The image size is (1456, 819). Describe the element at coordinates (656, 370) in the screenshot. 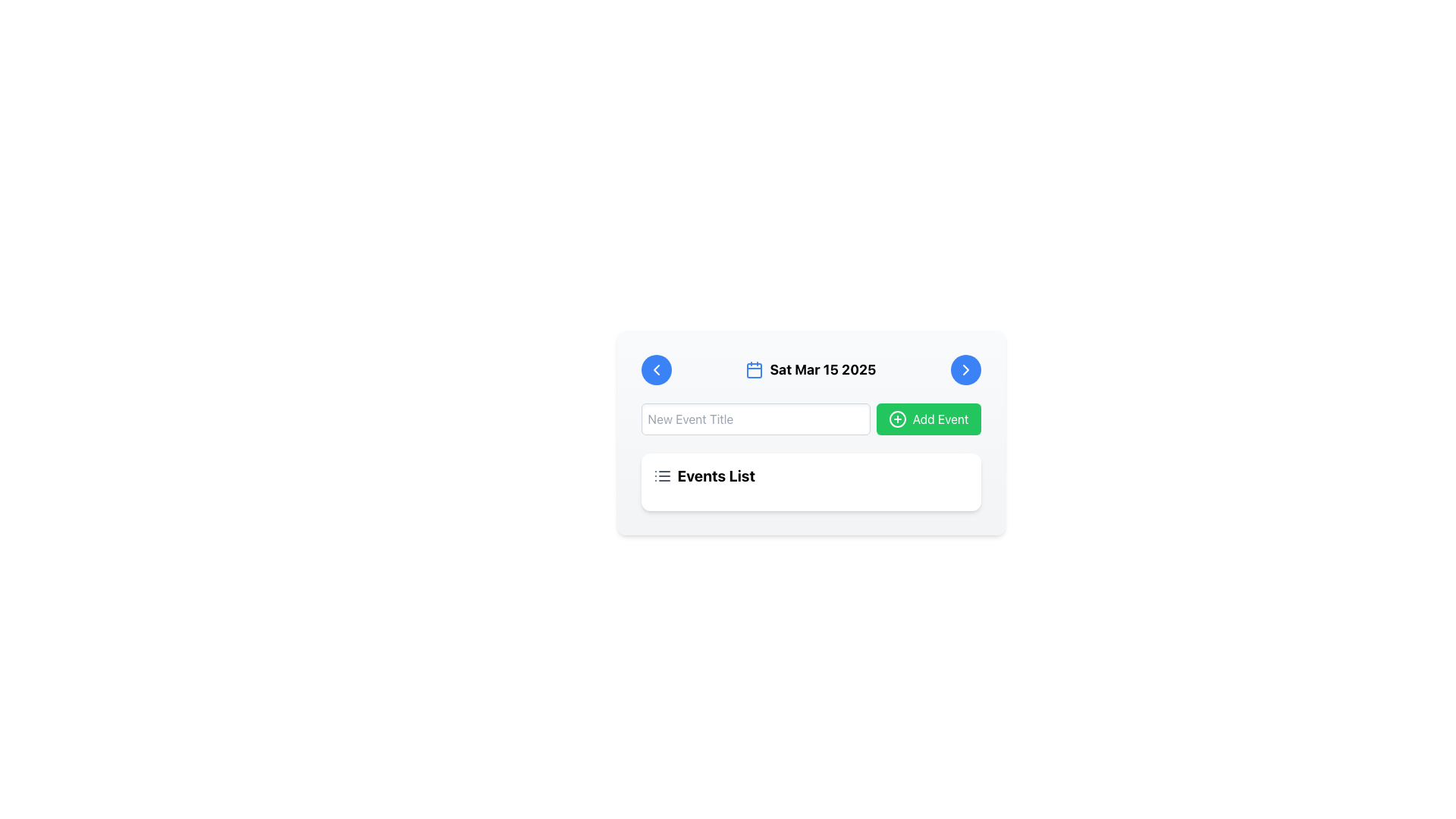

I see `the navigation button located on the left side before the 'Sat Mar 15 2025' text` at that location.